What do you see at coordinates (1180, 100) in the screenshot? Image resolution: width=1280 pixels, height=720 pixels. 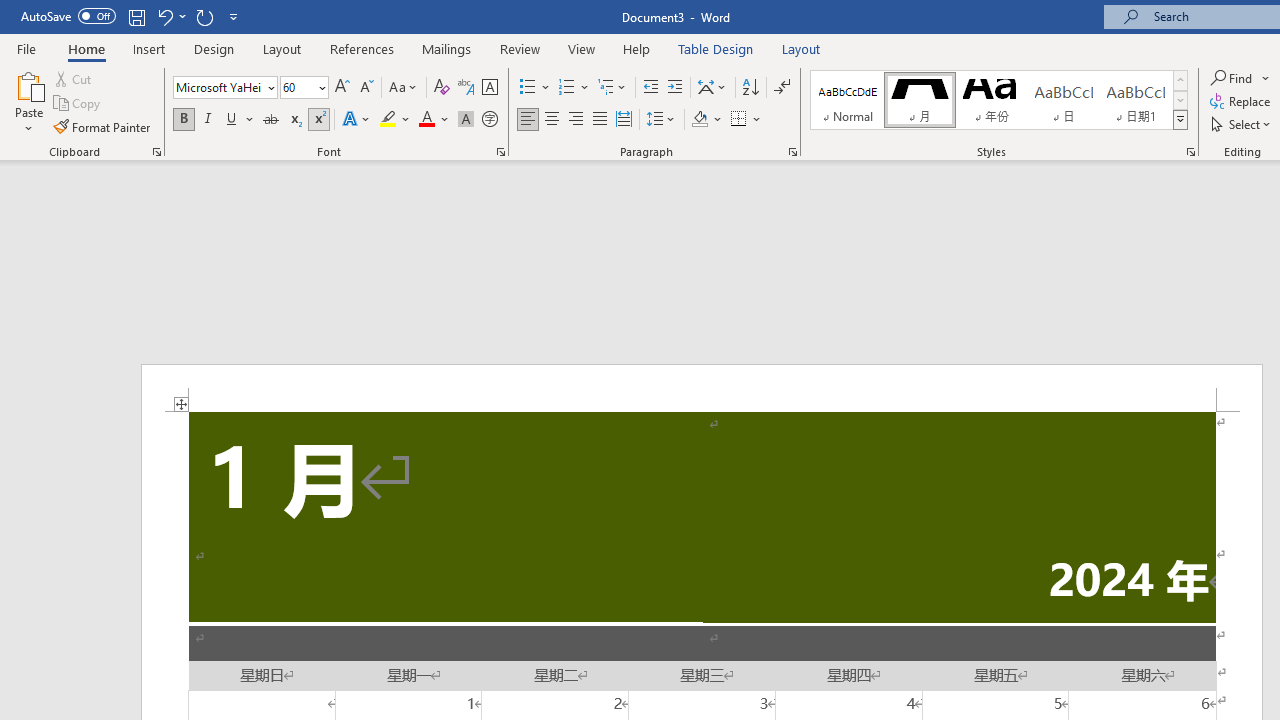 I see `'Row Down'` at bounding box center [1180, 100].